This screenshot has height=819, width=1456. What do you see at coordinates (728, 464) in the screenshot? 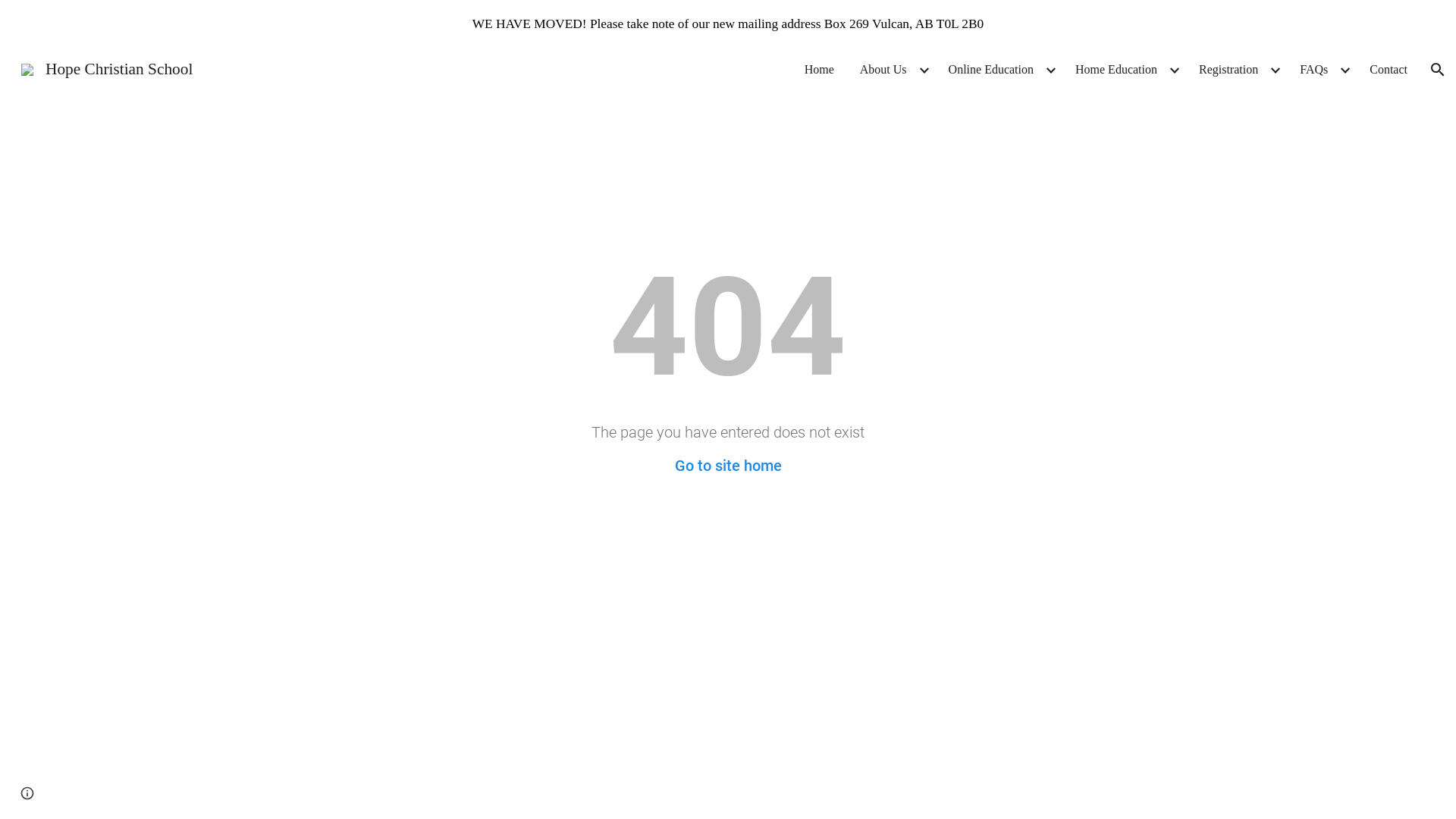
I see `'Go to site home'` at bounding box center [728, 464].